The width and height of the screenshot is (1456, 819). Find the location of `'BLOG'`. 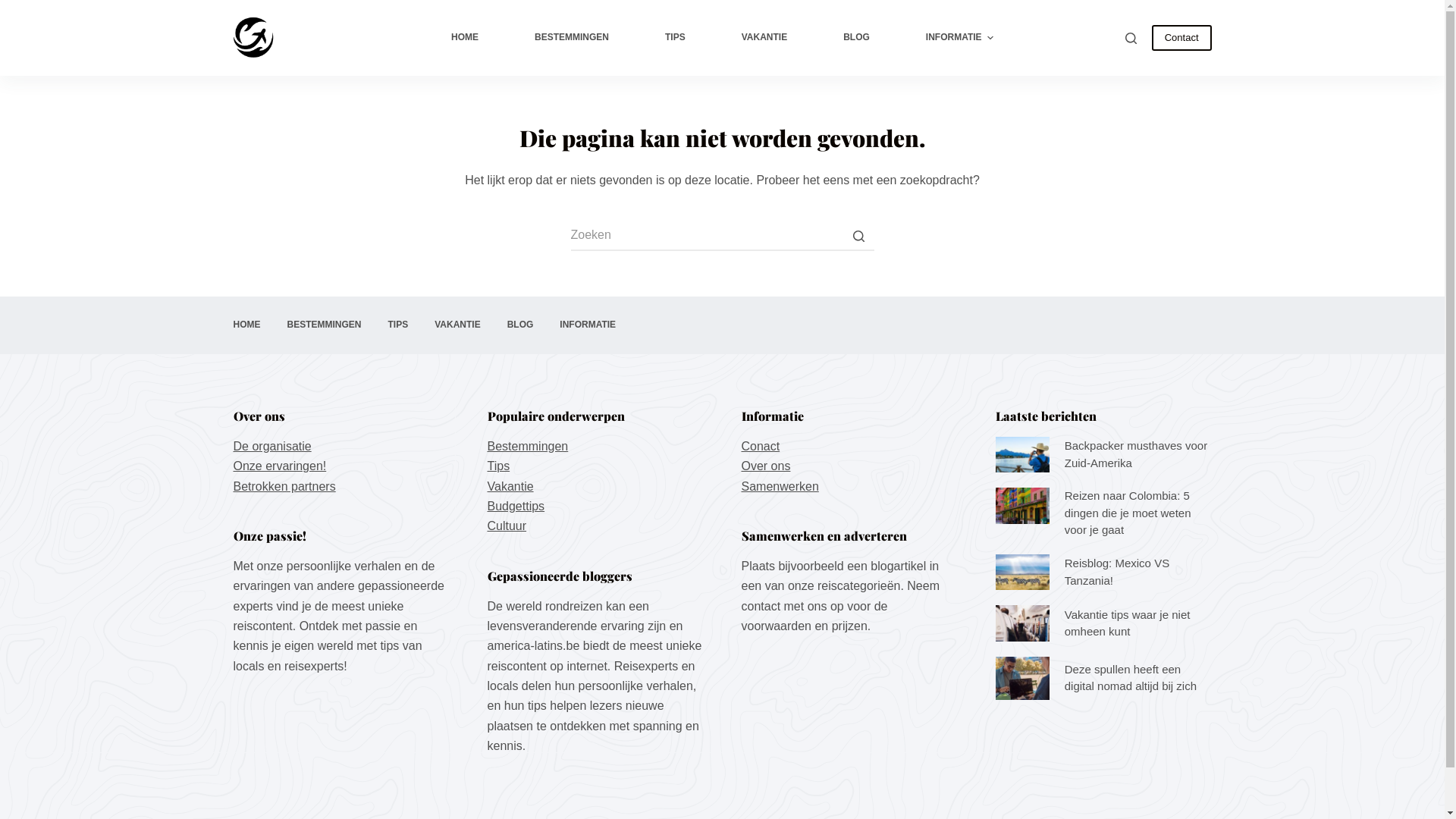

'BLOG' is located at coordinates (856, 37).